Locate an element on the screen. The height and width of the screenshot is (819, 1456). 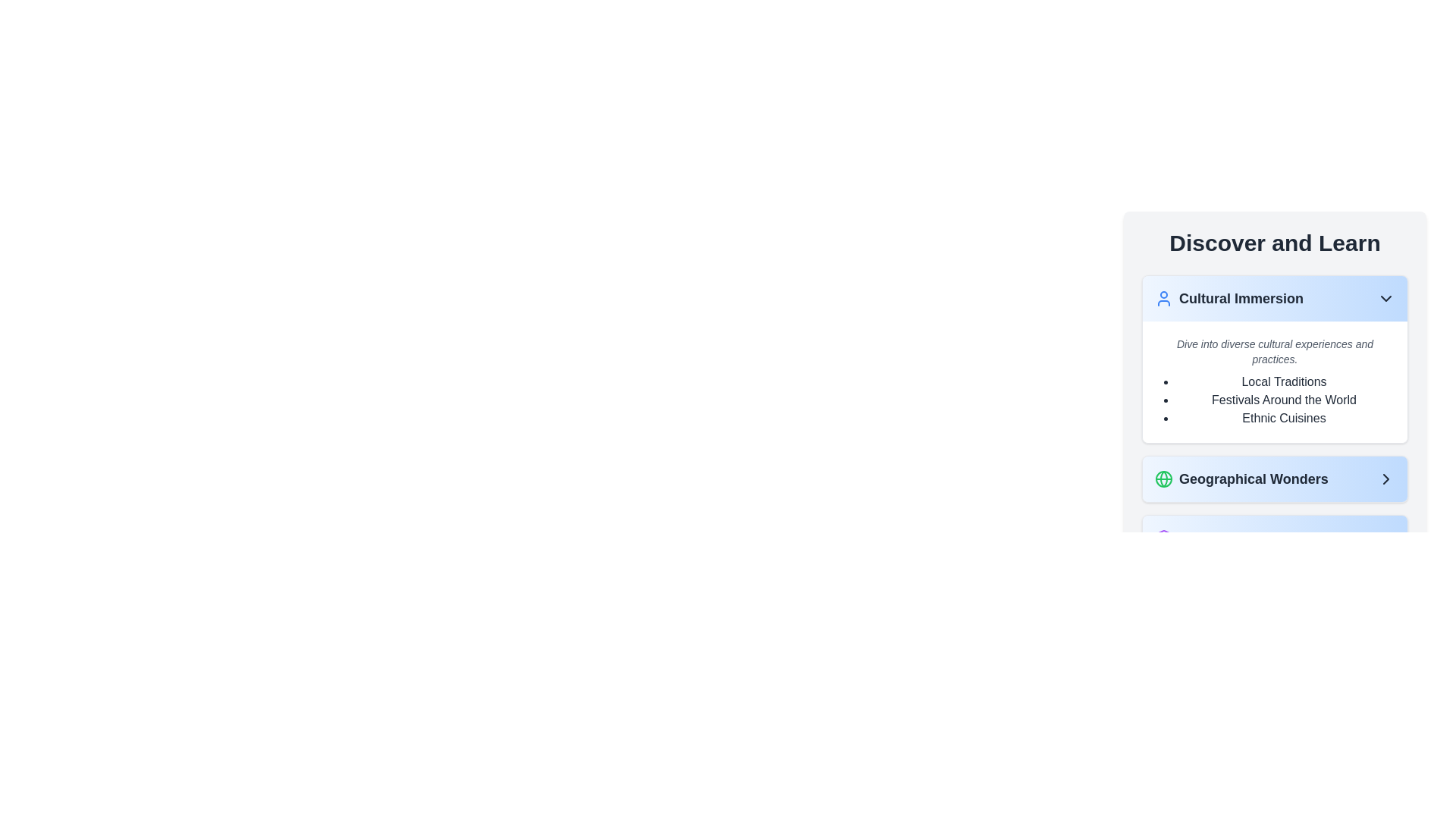
the 'Geographical Wonders' button, which features a light blue gradient background, a green globe icon on the left, and a right-facing arrow icon on the far right is located at coordinates (1274, 479).